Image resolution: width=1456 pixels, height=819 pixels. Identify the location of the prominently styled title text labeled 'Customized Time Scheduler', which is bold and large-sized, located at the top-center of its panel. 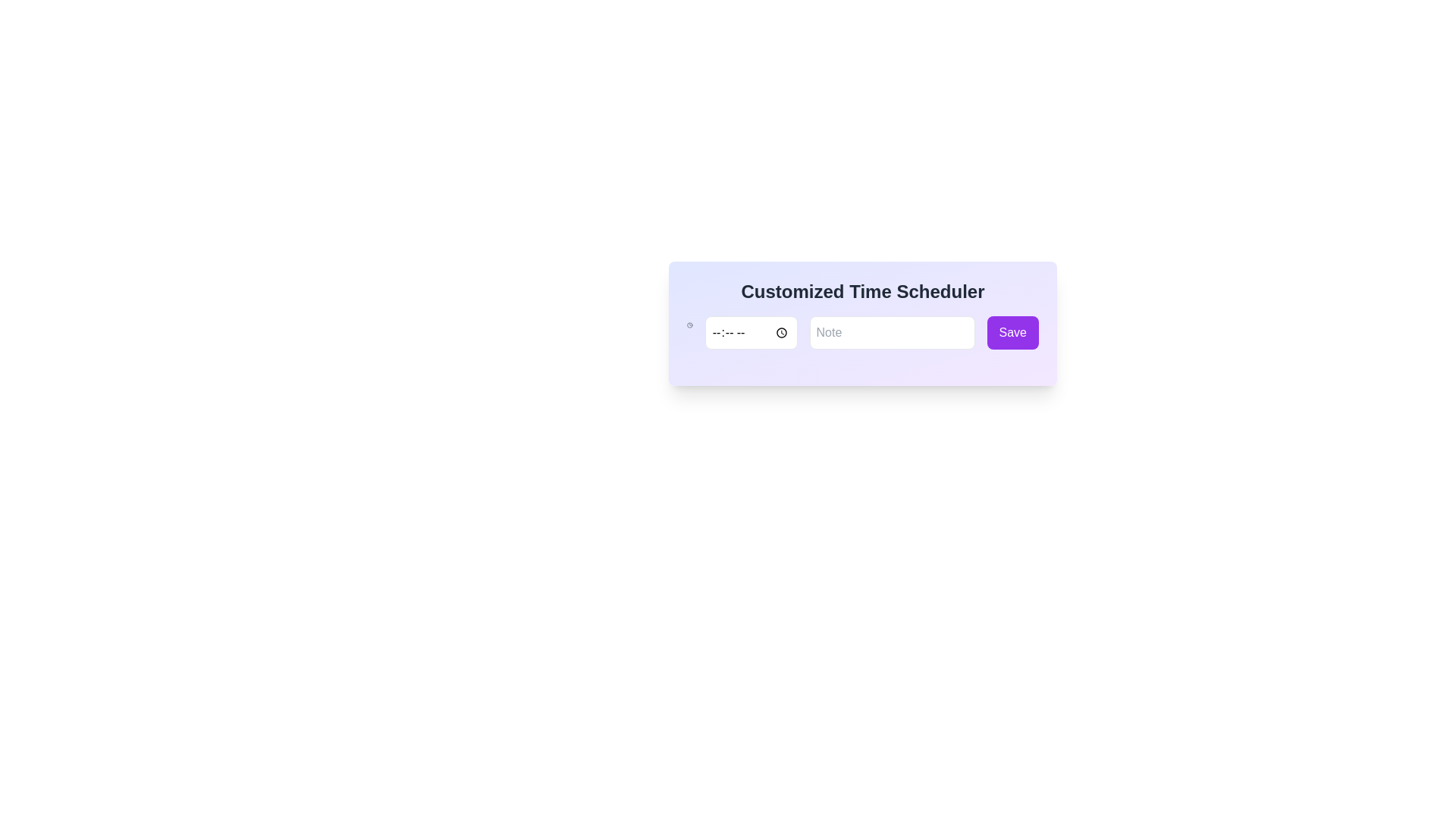
(862, 292).